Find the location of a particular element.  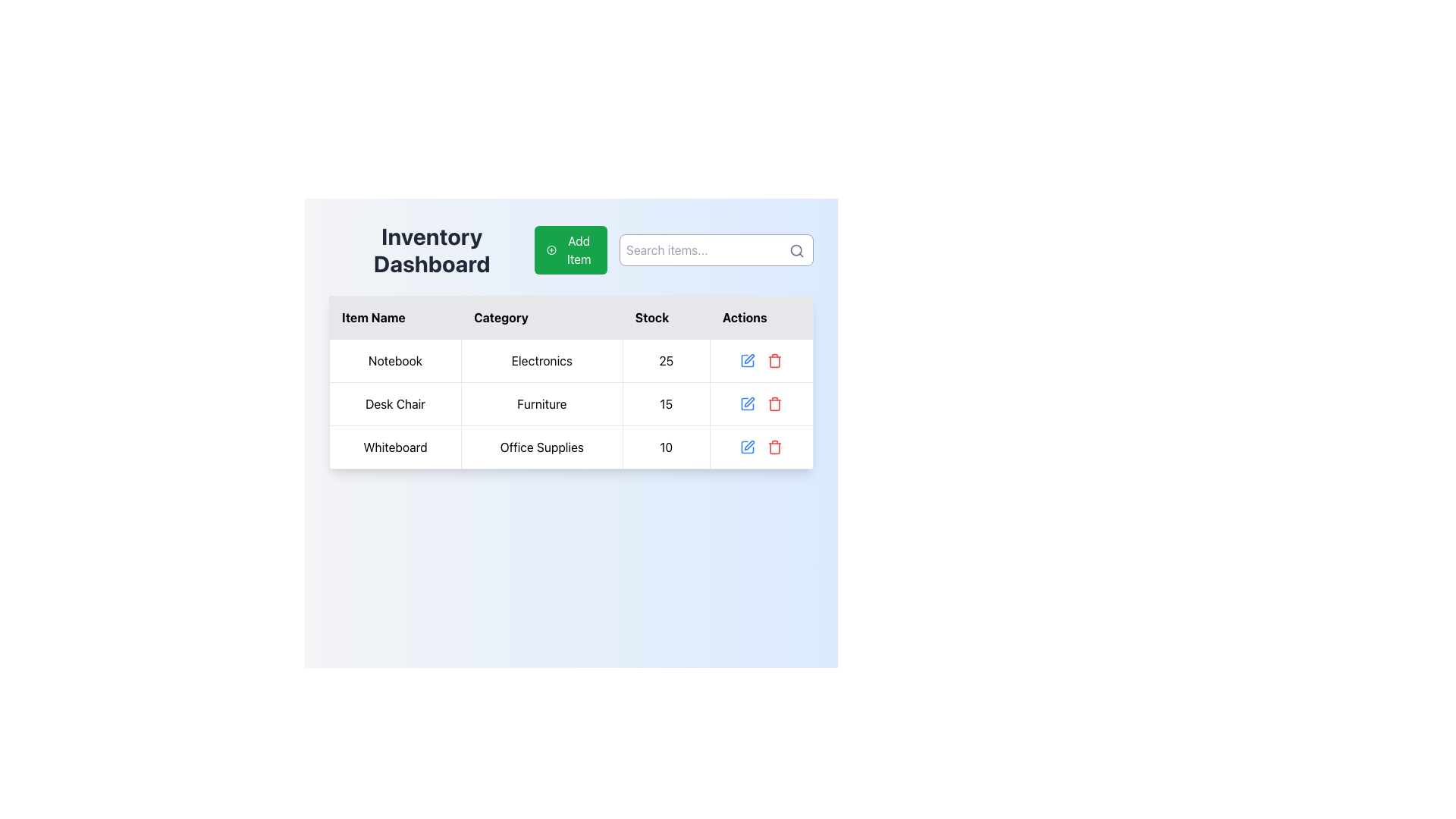

the red trash can icon in the 'Actions' column of the table layout is located at coordinates (775, 360).